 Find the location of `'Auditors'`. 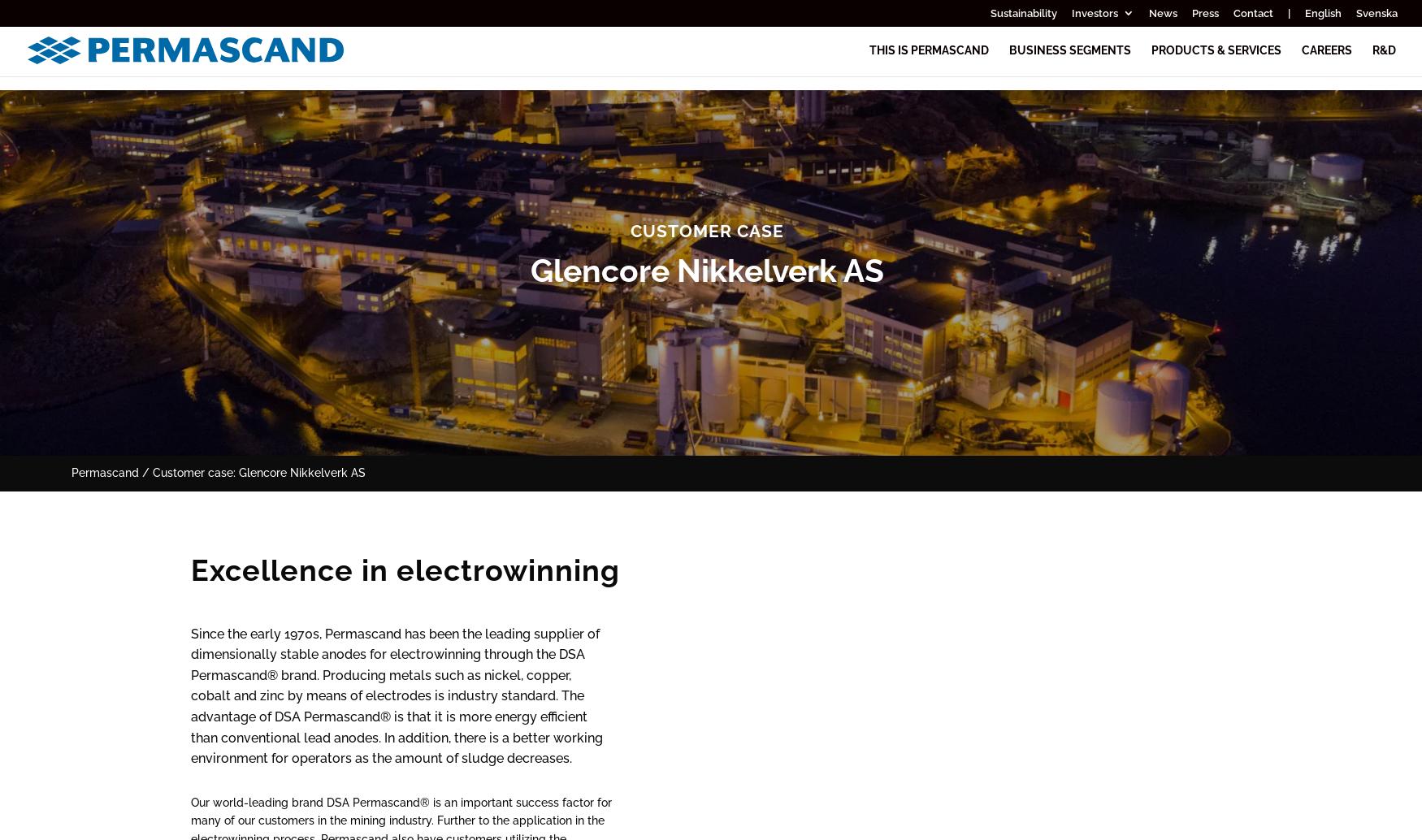

'Auditors' is located at coordinates (1176, 472).